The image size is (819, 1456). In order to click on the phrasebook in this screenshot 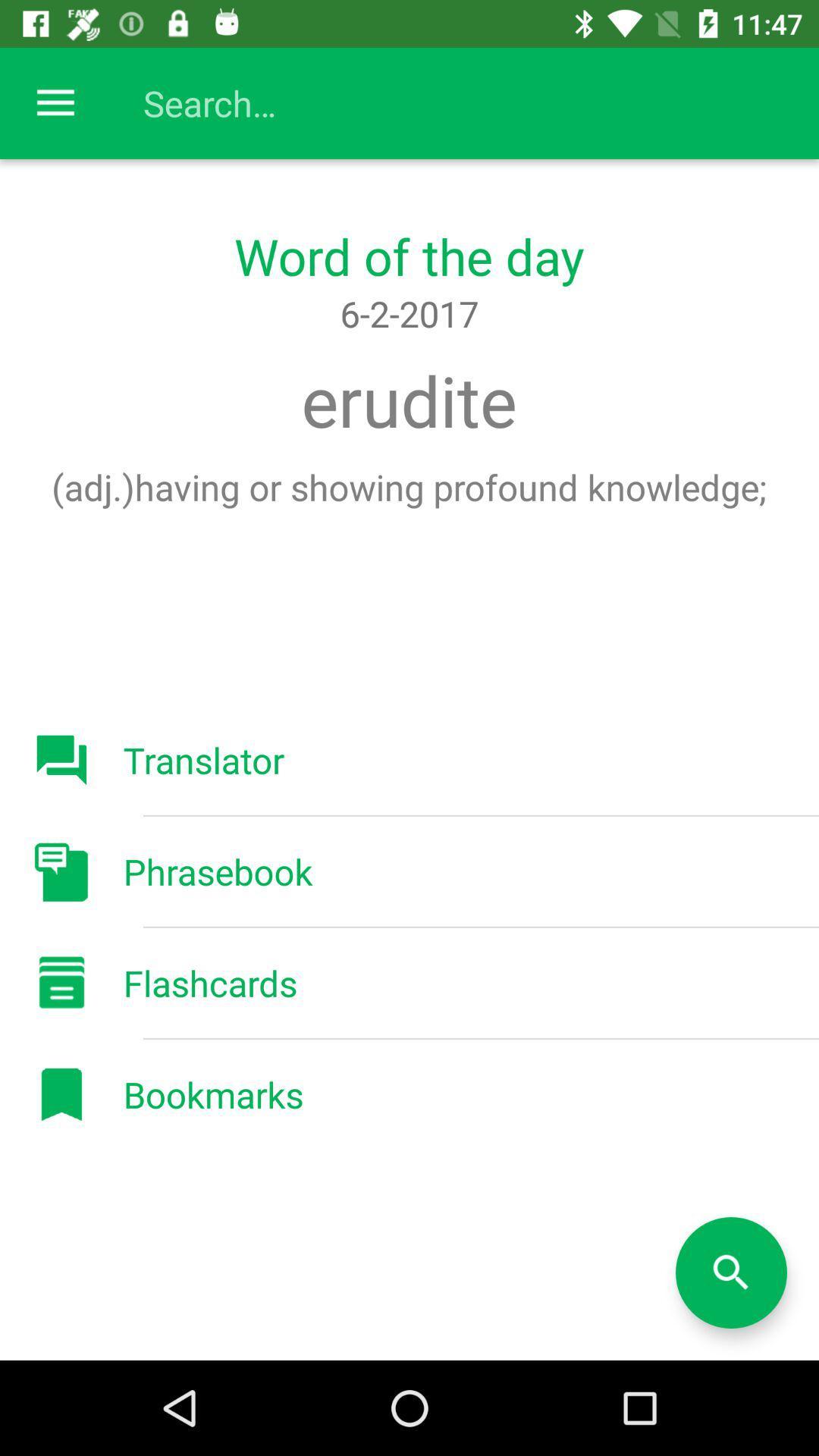, I will do `click(218, 871)`.